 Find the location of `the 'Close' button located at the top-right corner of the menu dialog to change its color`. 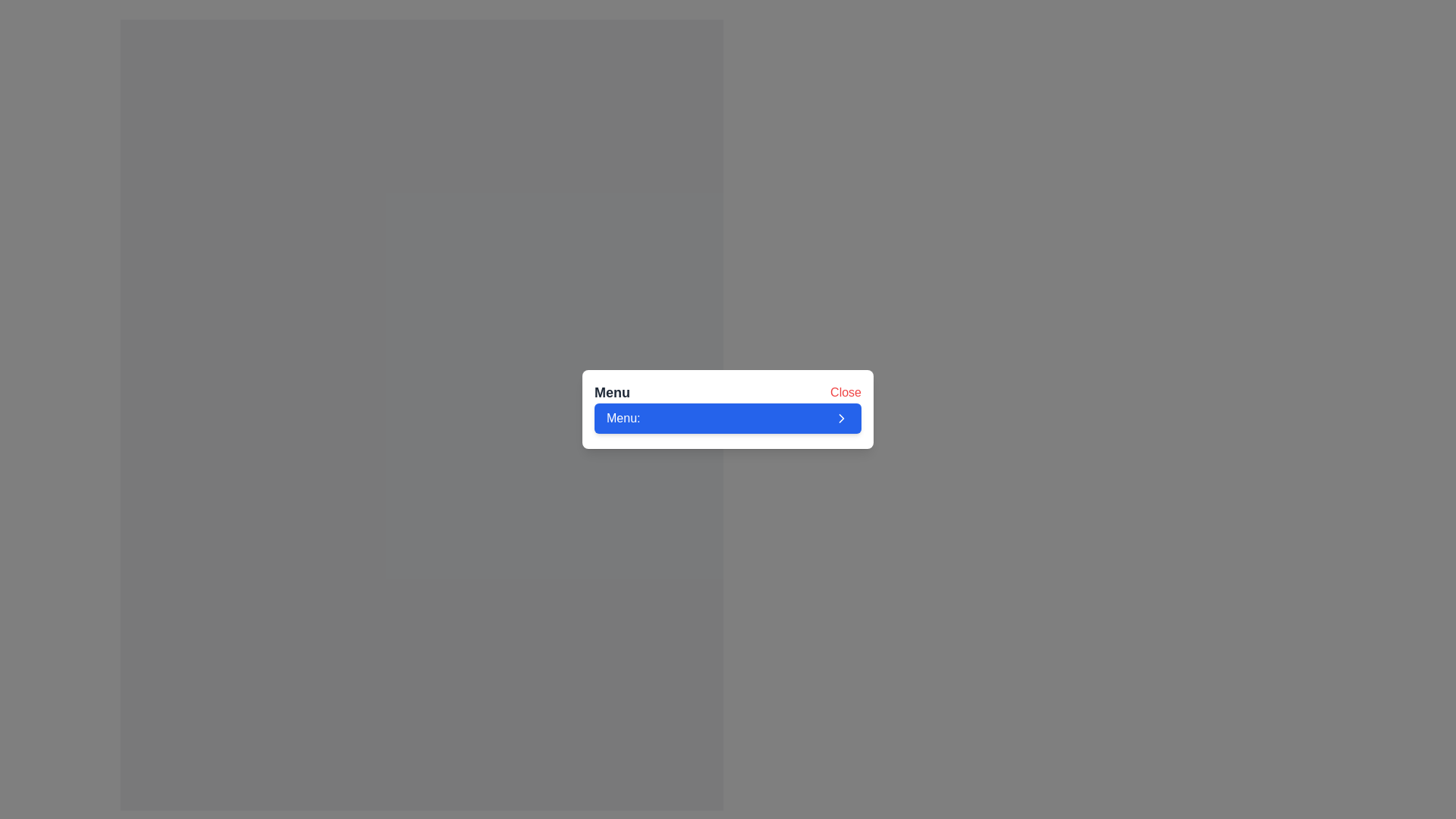

the 'Close' button located at the top-right corner of the menu dialog to change its color is located at coordinates (845, 391).